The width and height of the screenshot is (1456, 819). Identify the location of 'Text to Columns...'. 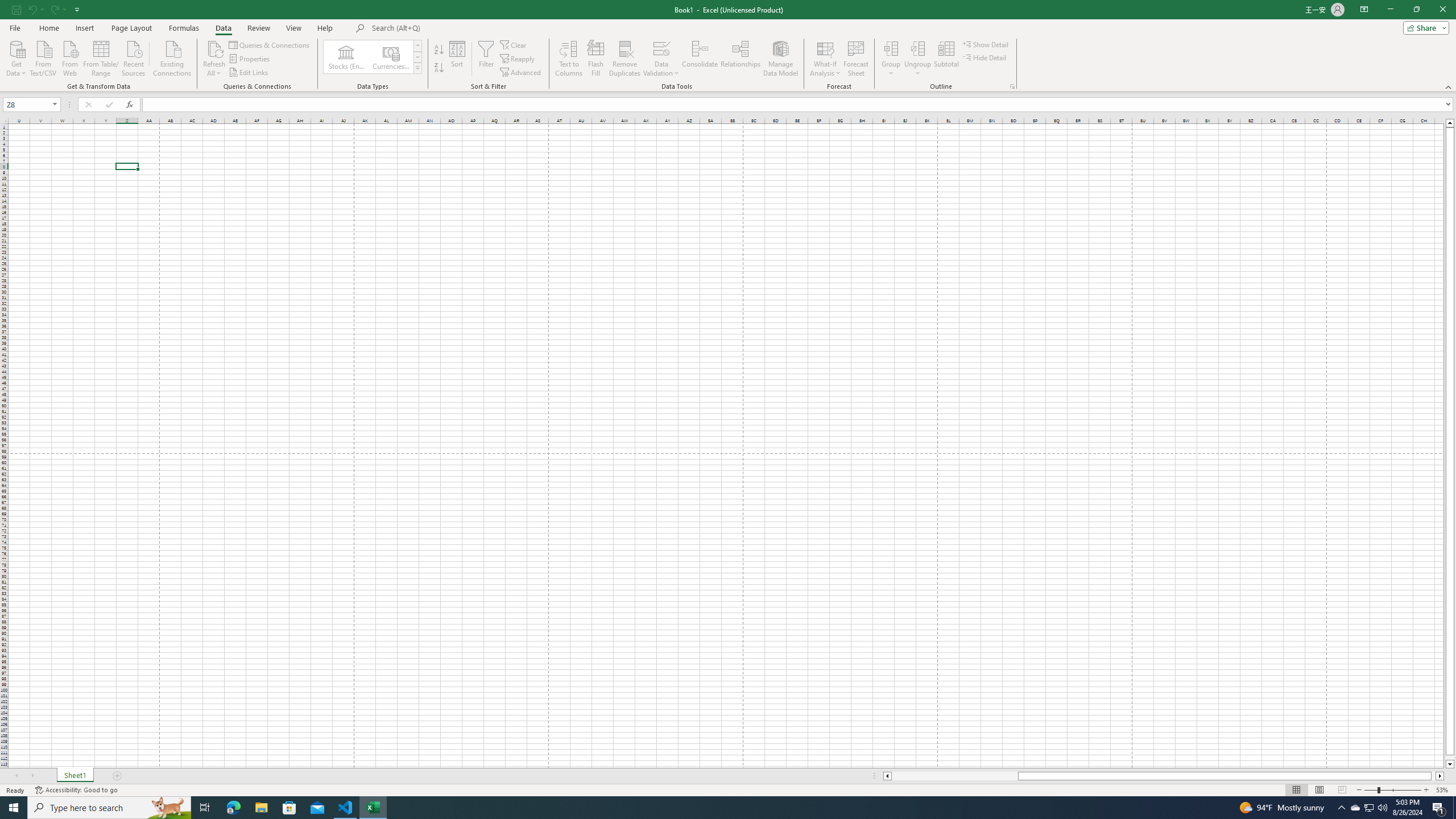
(568, 59).